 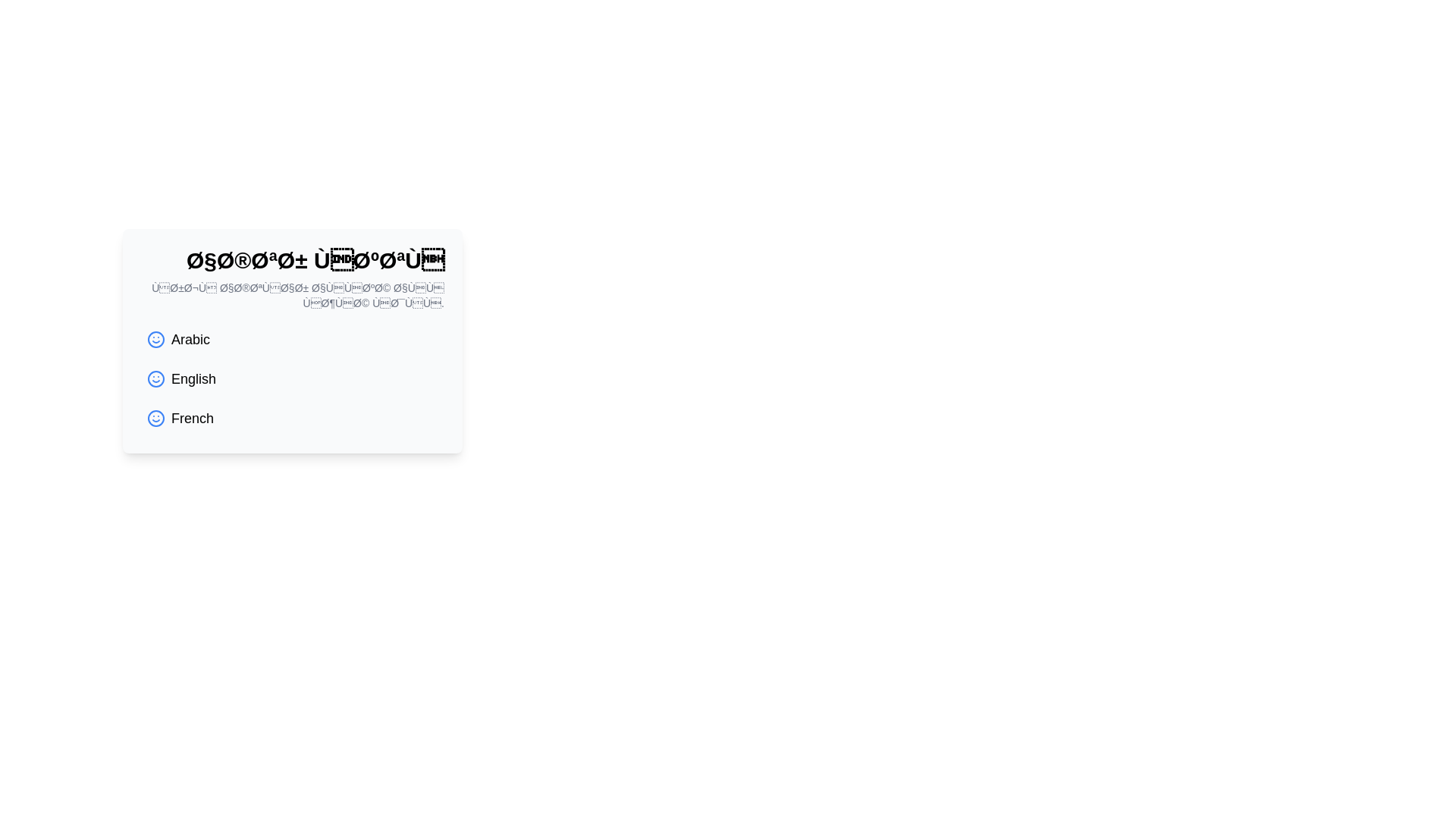 I want to click on the Smiley Face Outline icon, which is a circular shape with a blue stroke, located to the left of the 'French' label in the third row of options, so click(x=156, y=418).